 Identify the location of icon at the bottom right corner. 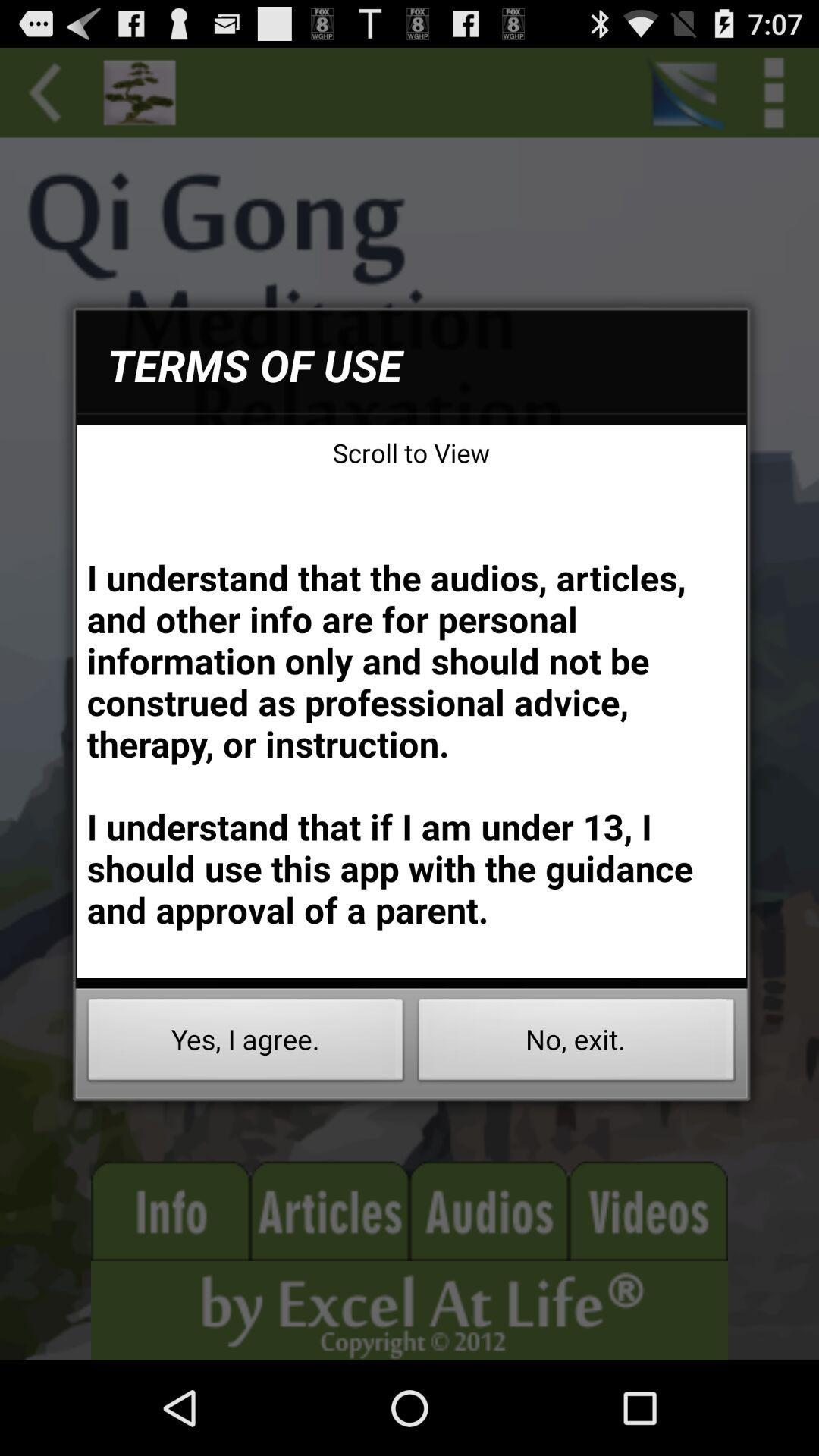
(576, 1043).